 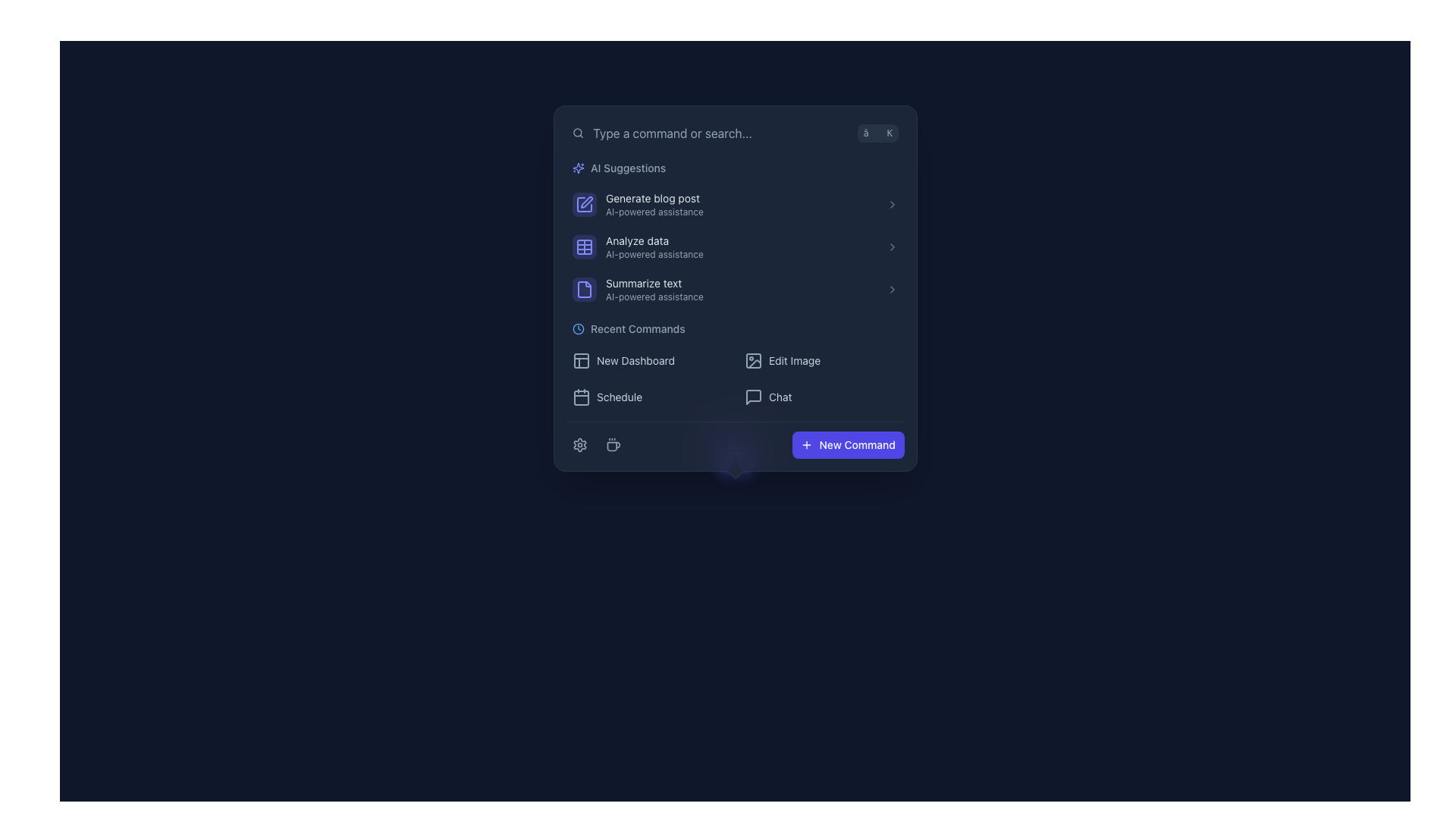 I want to click on the decorative pointer/anchor element at the bottom center of the dropdown component, which visually links to the originating button, so click(x=735, y=450).